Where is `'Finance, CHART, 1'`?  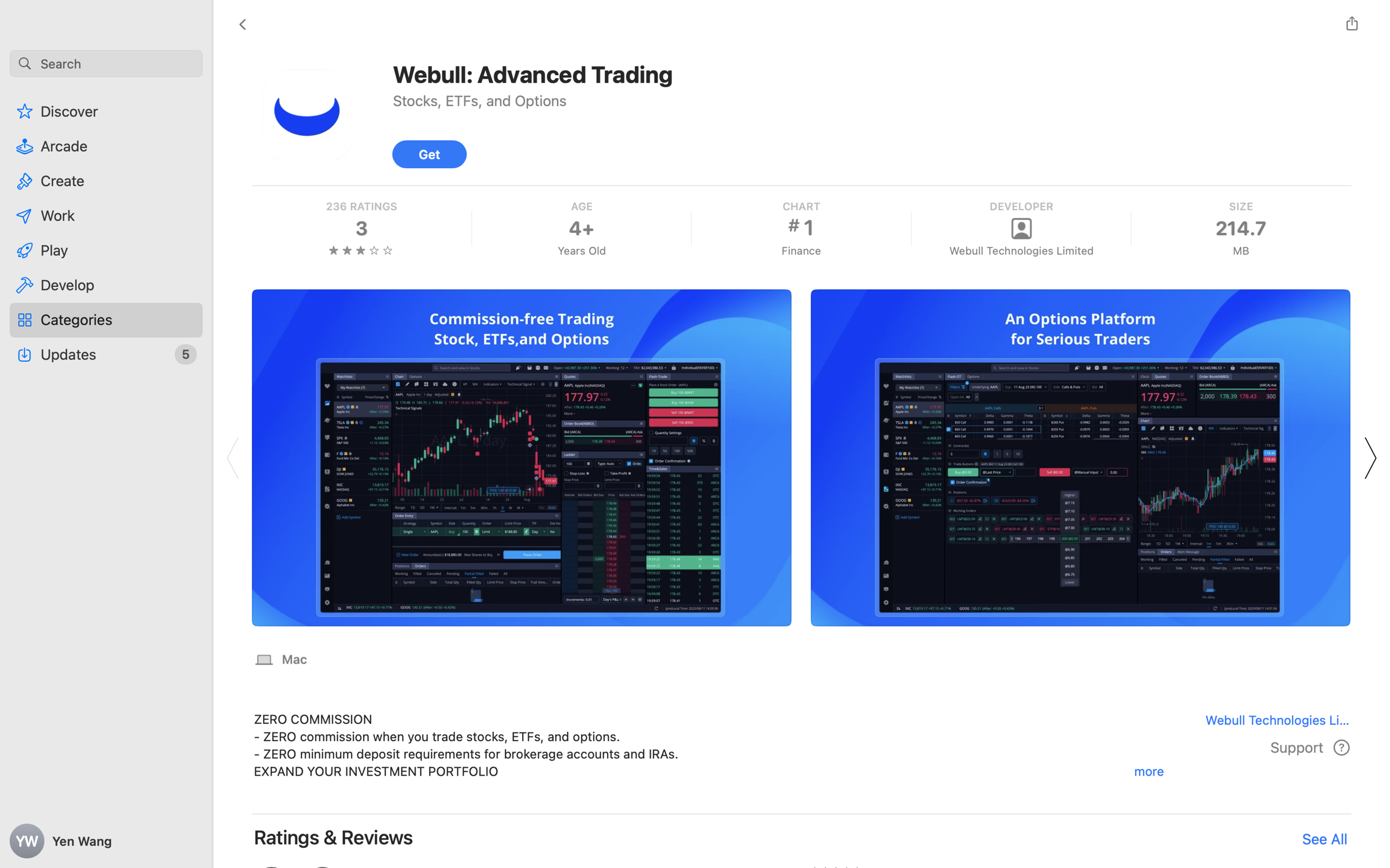
'Finance, CHART, 1' is located at coordinates (800, 227).